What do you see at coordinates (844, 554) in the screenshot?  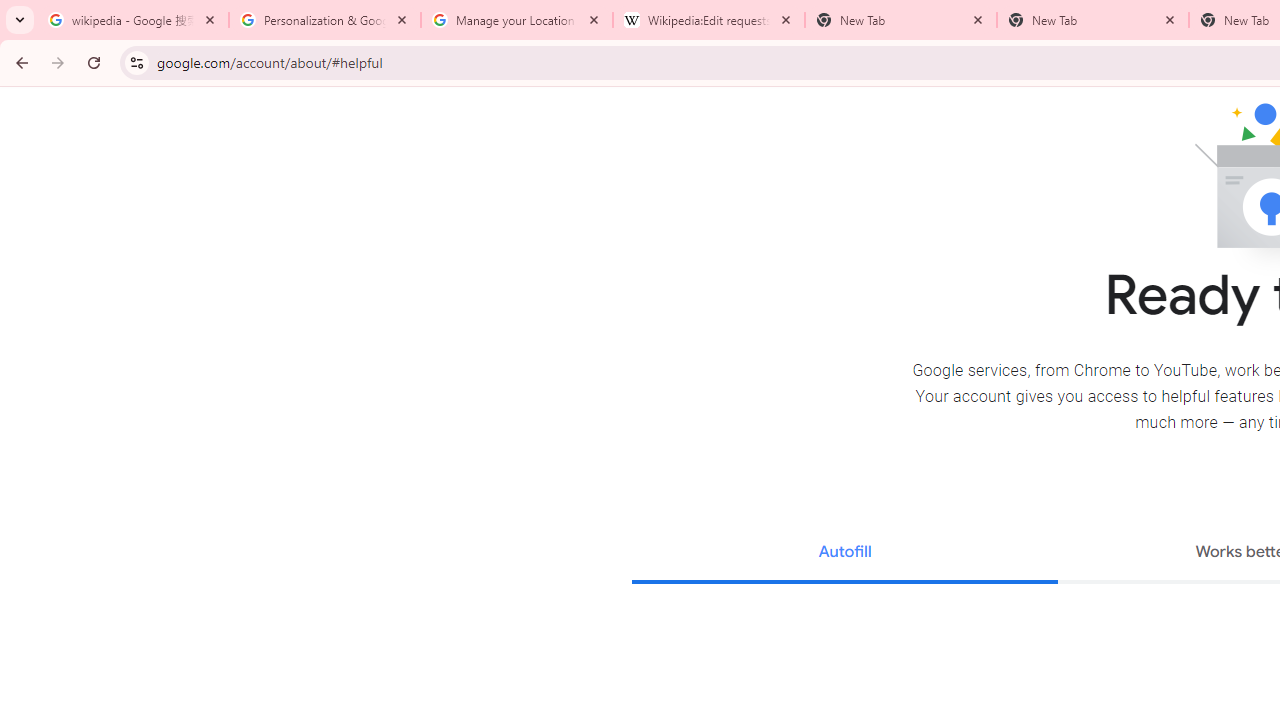 I see `'Autofill'` at bounding box center [844, 554].